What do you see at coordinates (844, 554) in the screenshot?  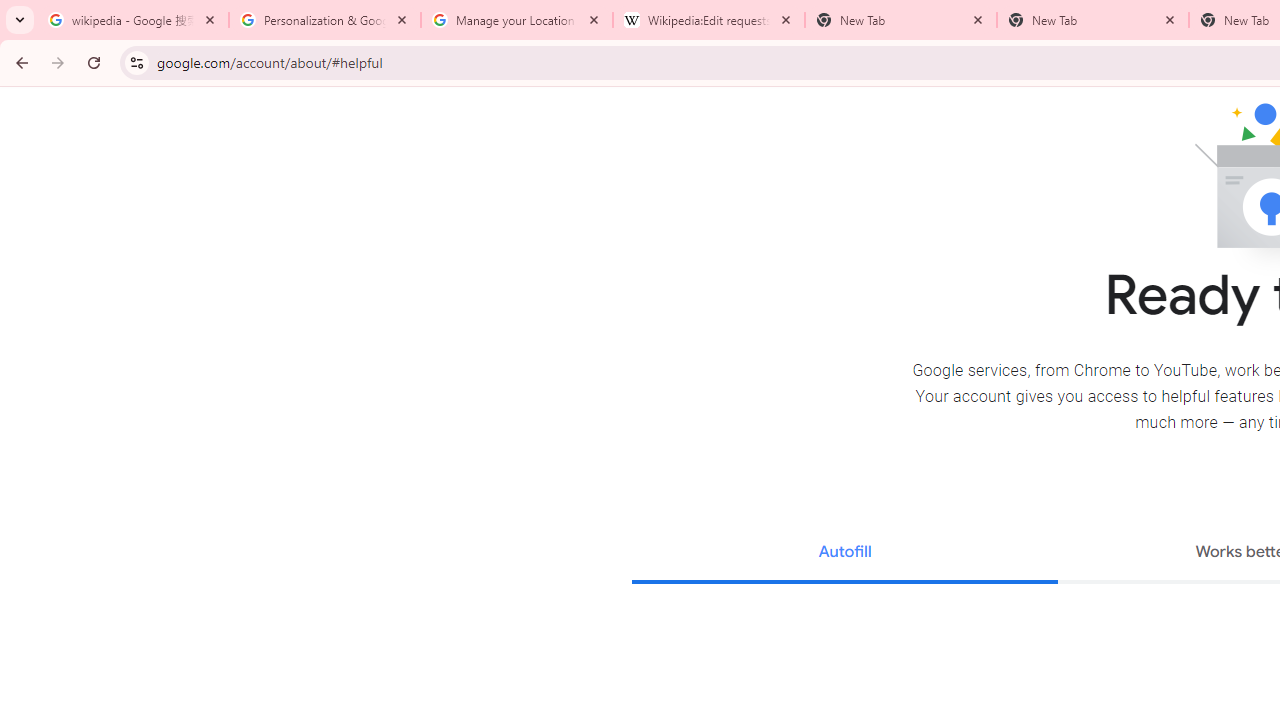 I see `'Autofill'` at bounding box center [844, 554].